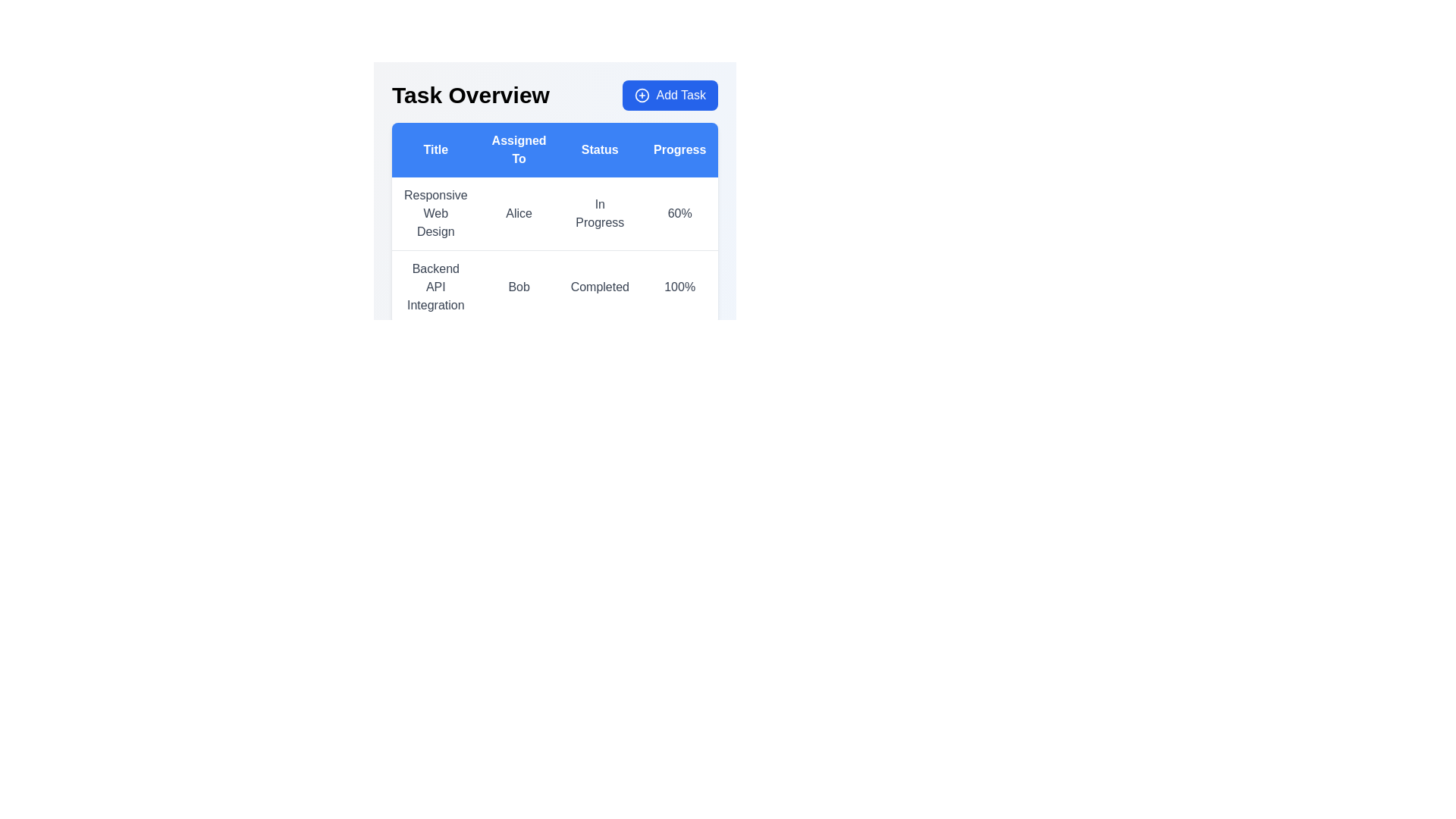 This screenshot has width=1456, height=819. Describe the element at coordinates (435, 149) in the screenshot. I see `title text from the blue button-like Table Header Cell that contains the text 'Title' and is located at the top-left of the table header row` at that location.